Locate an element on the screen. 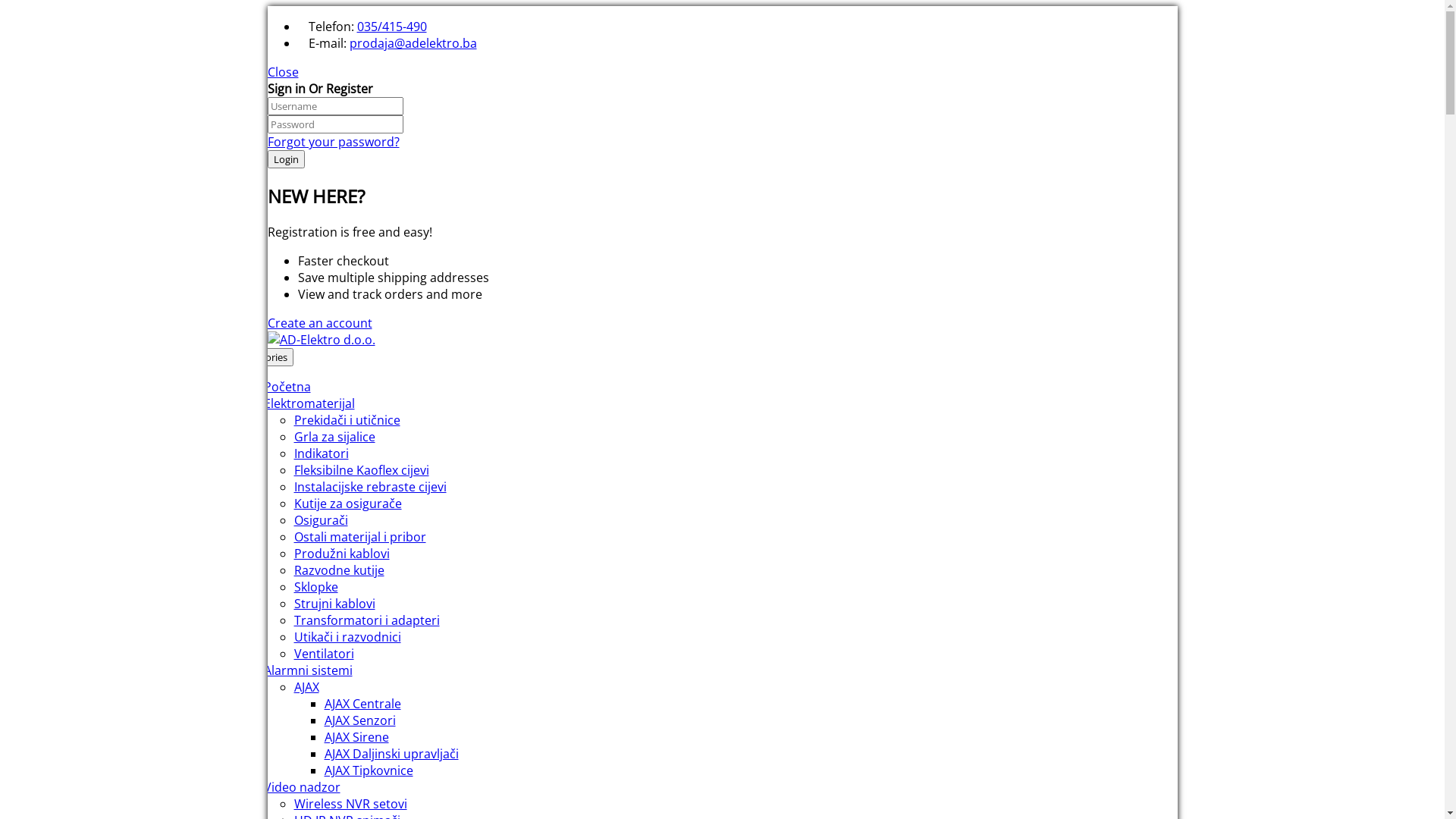 The width and height of the screenshot is (1456, 819). 'AJAX Senzori' is located at coordinates (359, 719).